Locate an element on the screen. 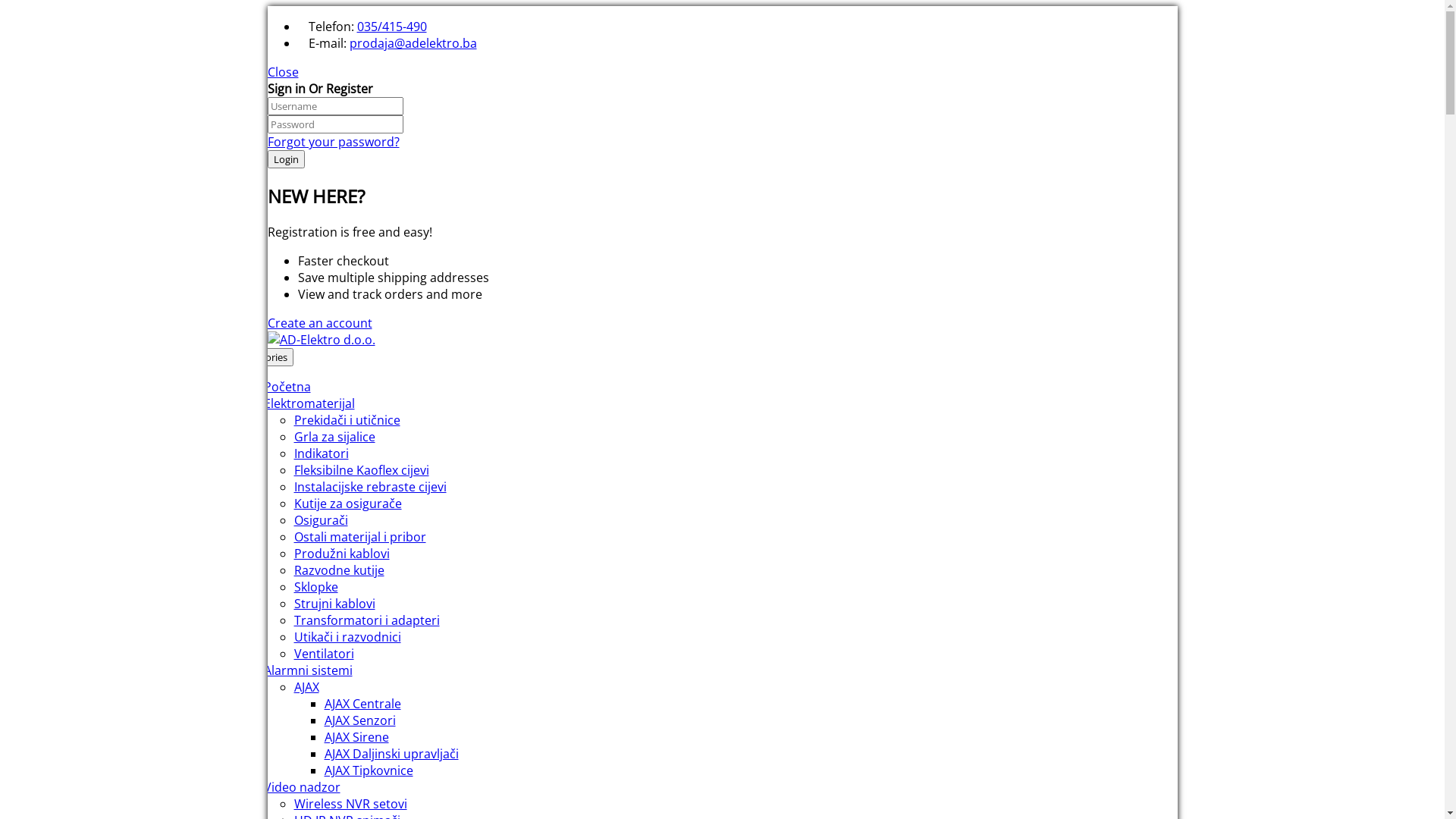 The width and height of the screenshot is (1456, 819). 'AJAX Senzori' is located at coordinates (359, 719).